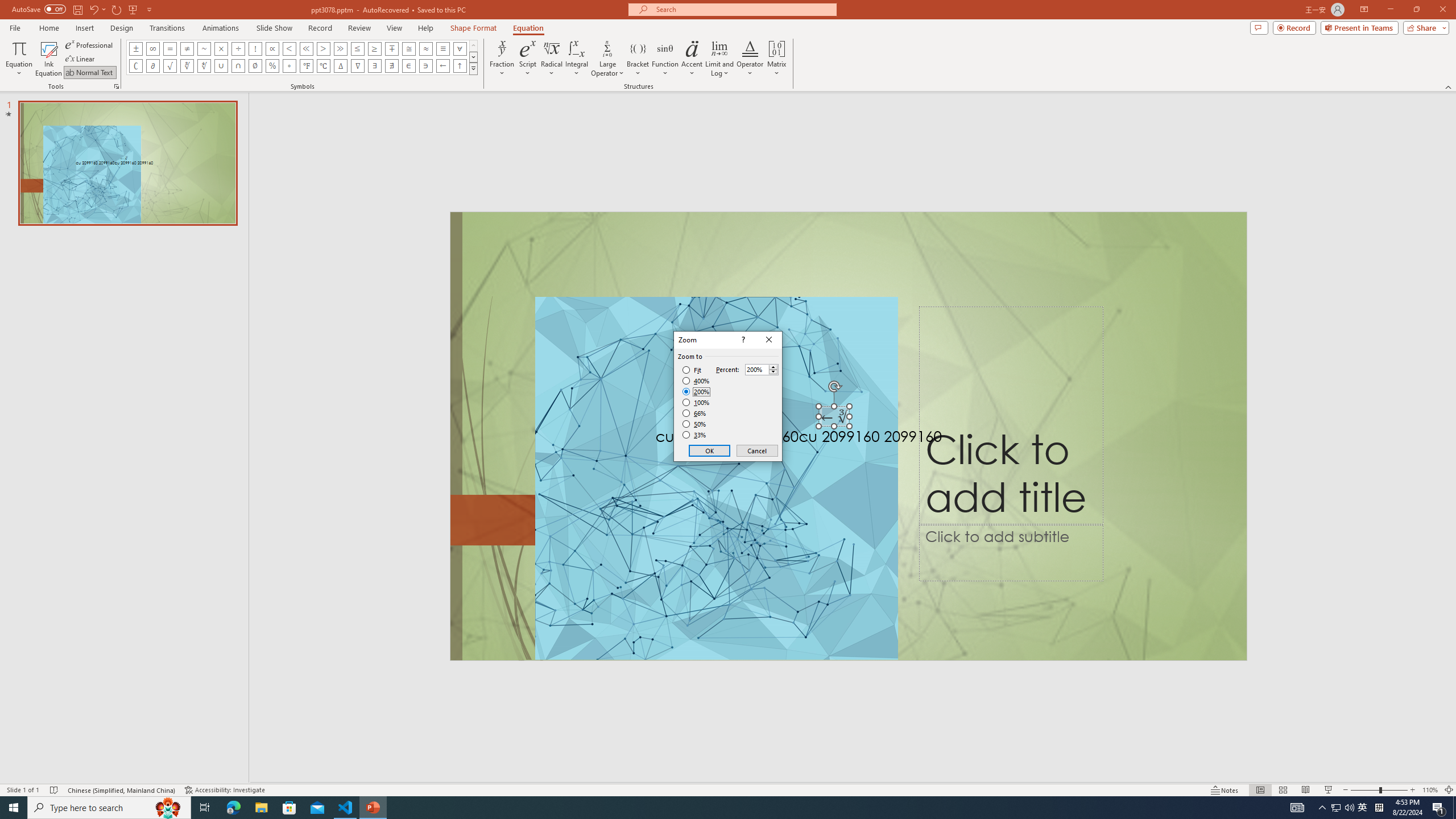 The image size is (1456, 819). What do you see at coordinates (152, 48) in the screenshot?
I see `'Equation Symbol Infinity'` at bounding box center [152, 48].